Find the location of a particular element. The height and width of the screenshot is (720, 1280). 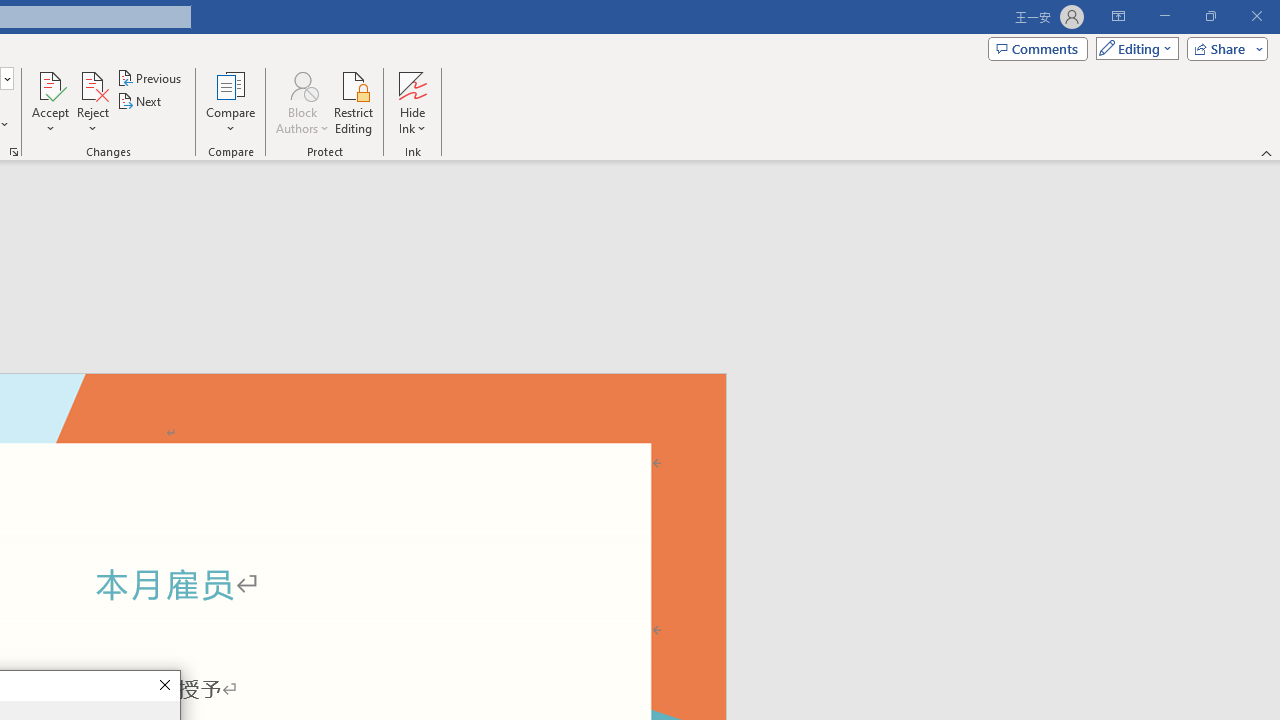

'Accept' is located at coordinates (50, 103).